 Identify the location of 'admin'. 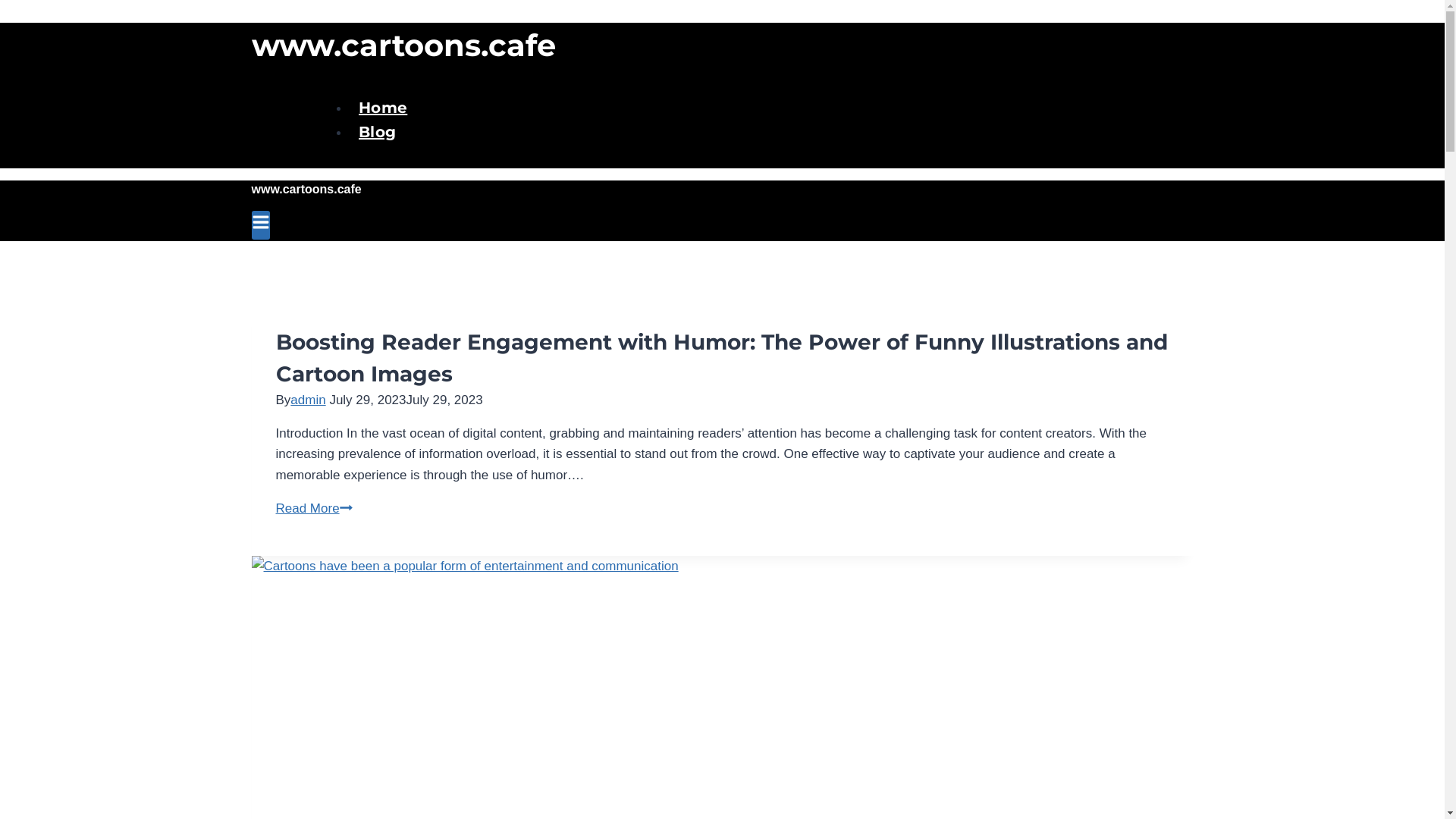
(307, 399).